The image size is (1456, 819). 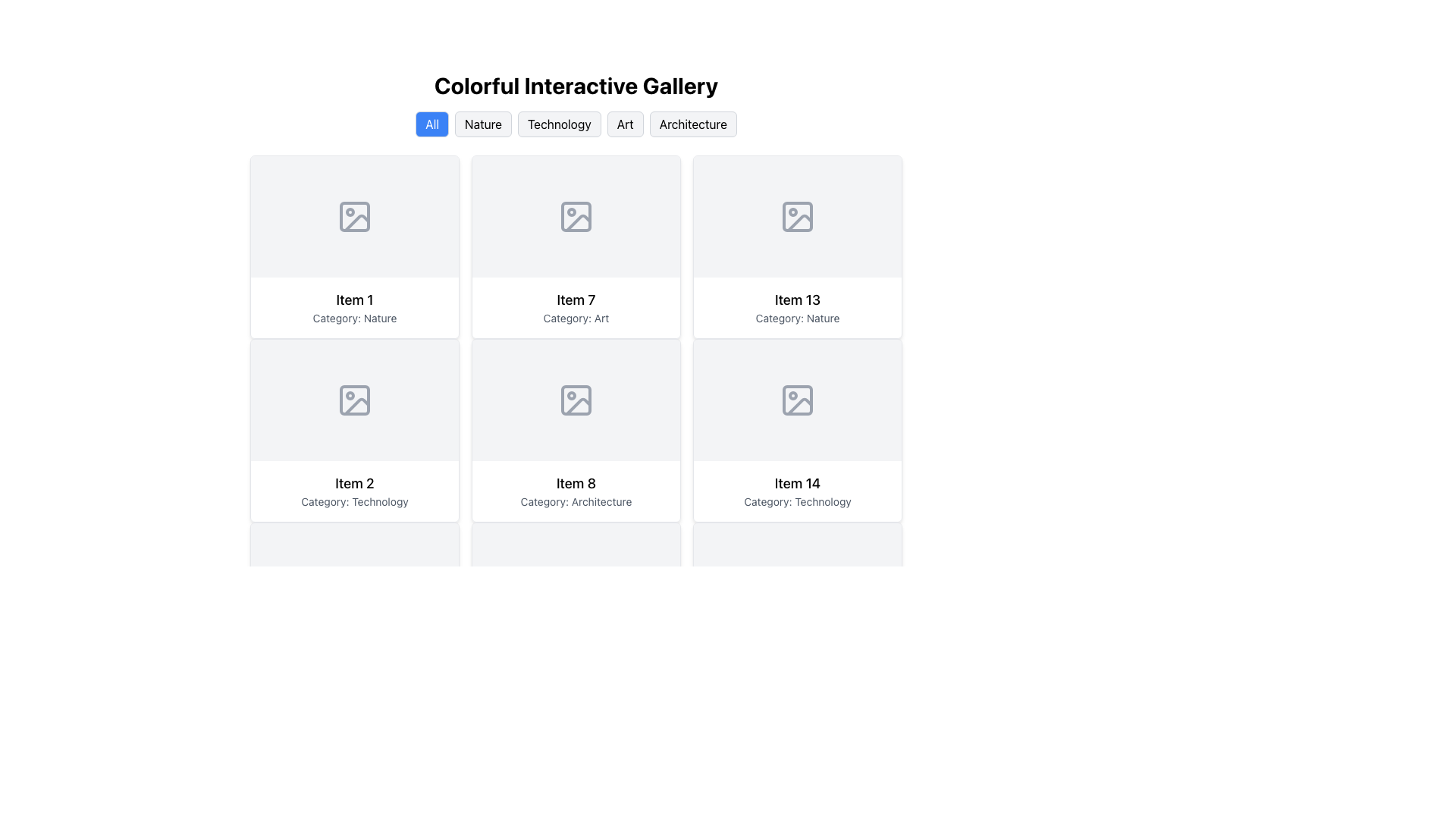 I want to click on the text label displaying 'Item 14' in the 'Technology' category, located in the fourth row, second column of the grid, so click(x=796, y=491).